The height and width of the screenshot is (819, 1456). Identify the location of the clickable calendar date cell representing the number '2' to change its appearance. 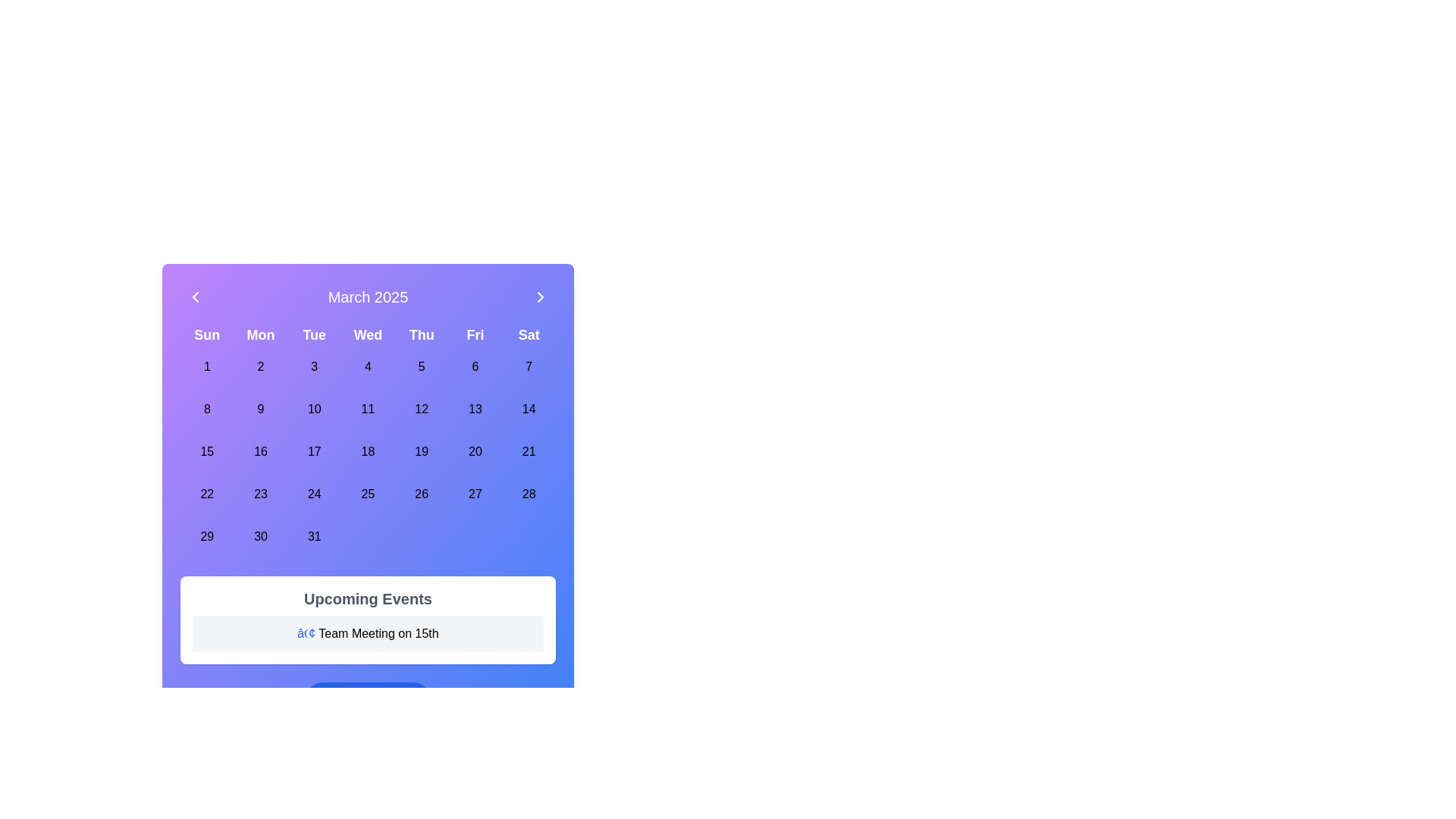
(261, 366).